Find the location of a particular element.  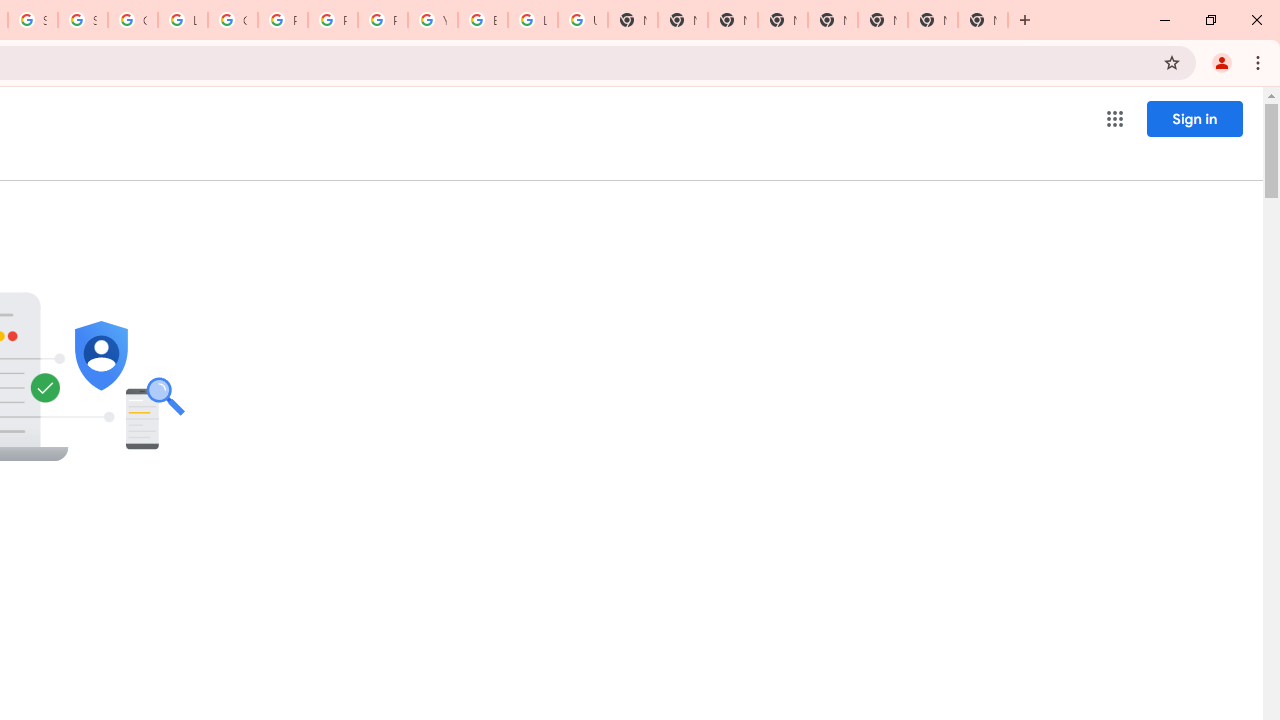

'Privacy Help Center - Policies Help' is located at coordinates (282, 20).